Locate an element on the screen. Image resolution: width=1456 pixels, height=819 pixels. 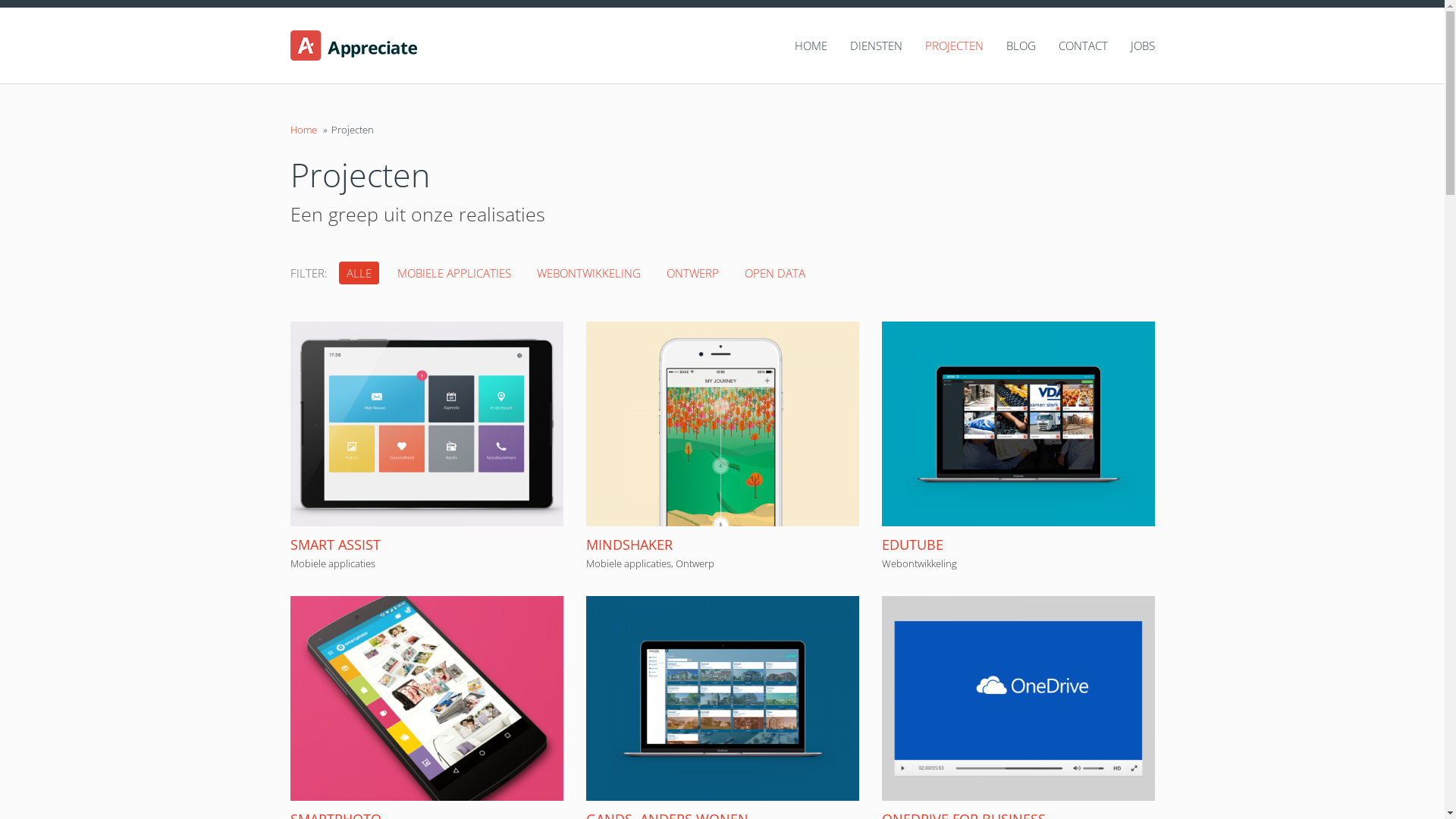
'Webontwikkeling' is located at coordinates (880, 563).